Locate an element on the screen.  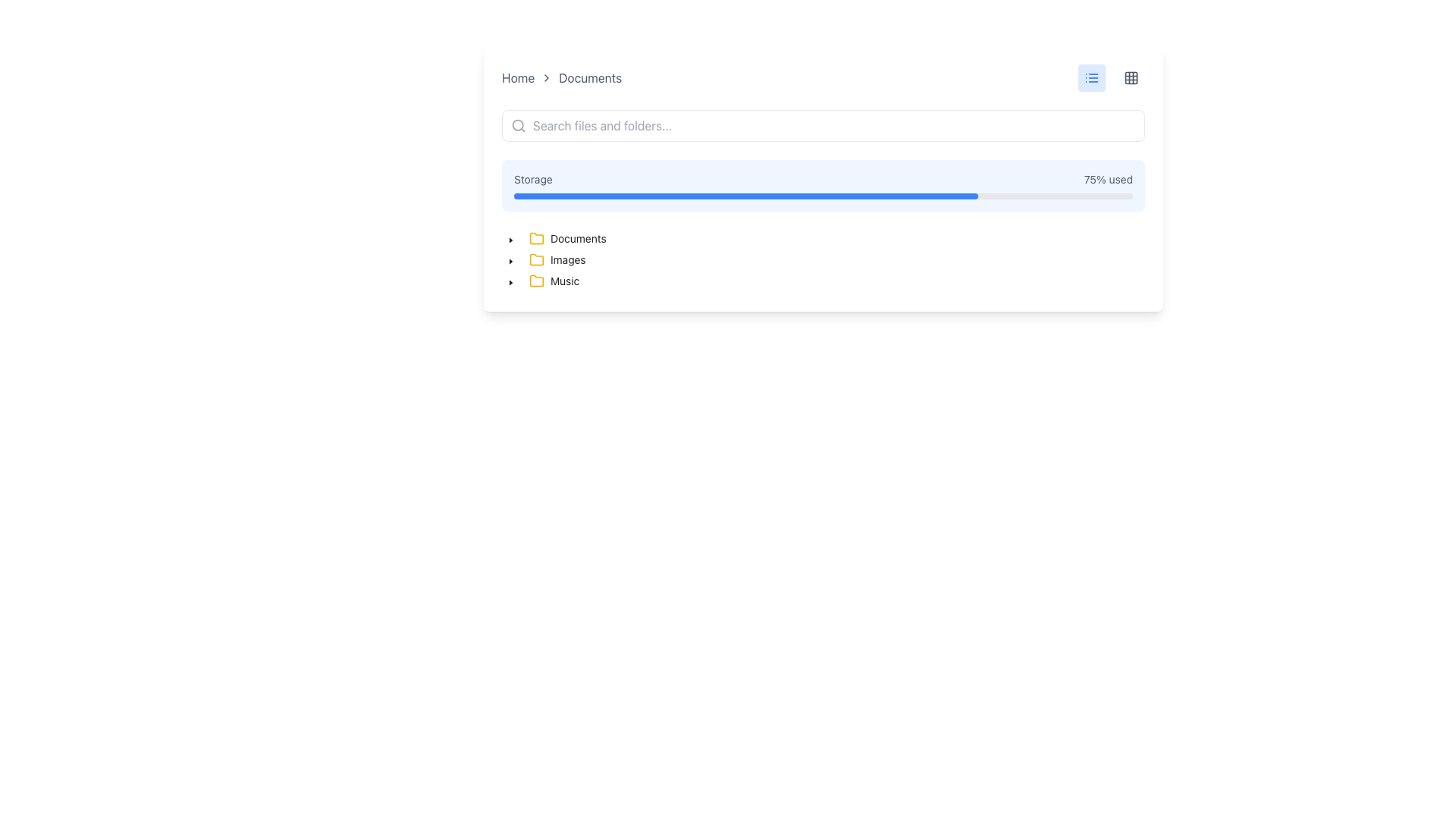
the caret button located to the left of the 'Music' label in the tree structure is located at coordinates (510, 281).